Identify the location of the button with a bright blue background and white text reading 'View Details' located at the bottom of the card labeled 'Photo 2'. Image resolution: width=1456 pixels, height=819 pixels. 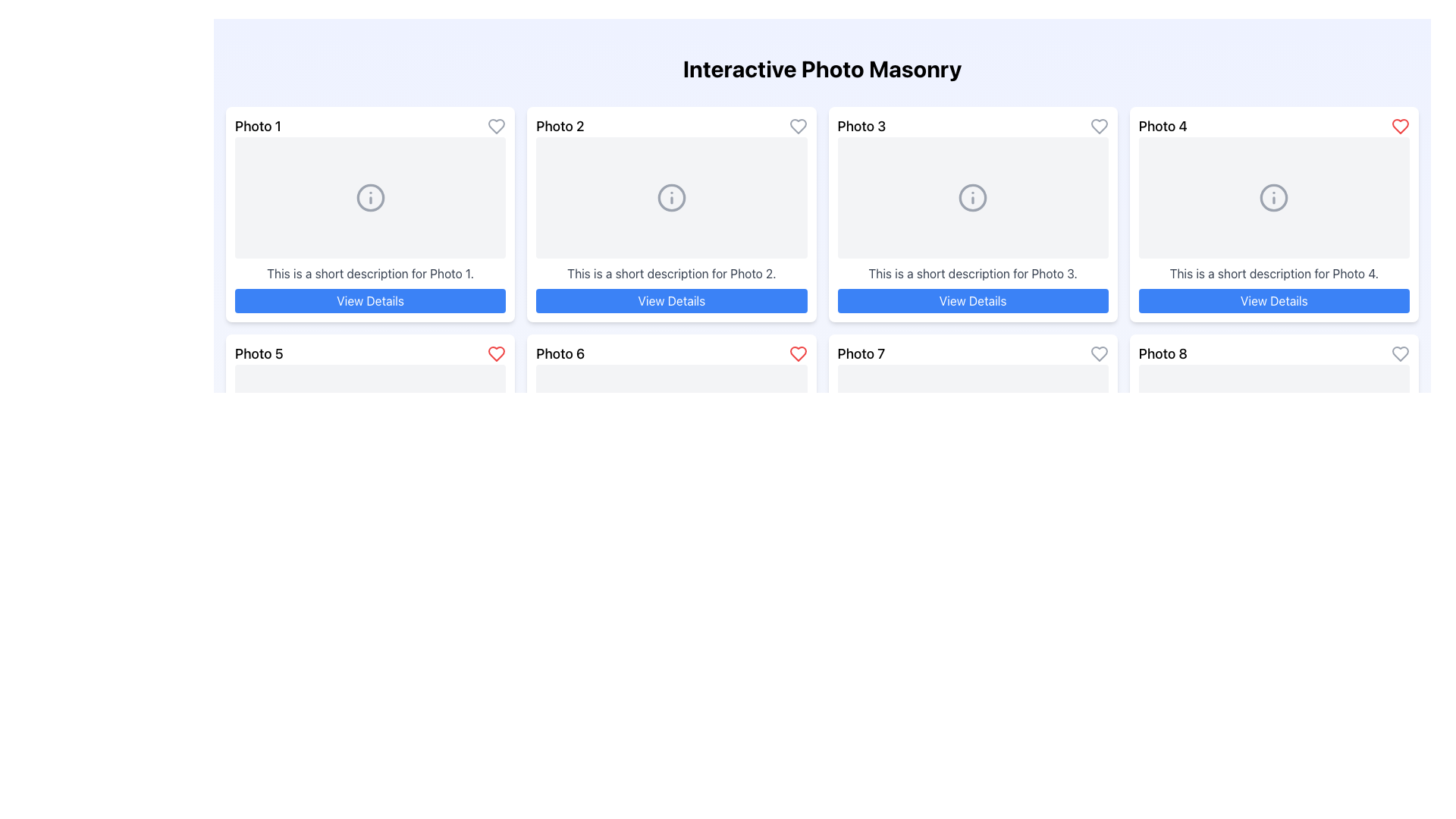
(670, 301).